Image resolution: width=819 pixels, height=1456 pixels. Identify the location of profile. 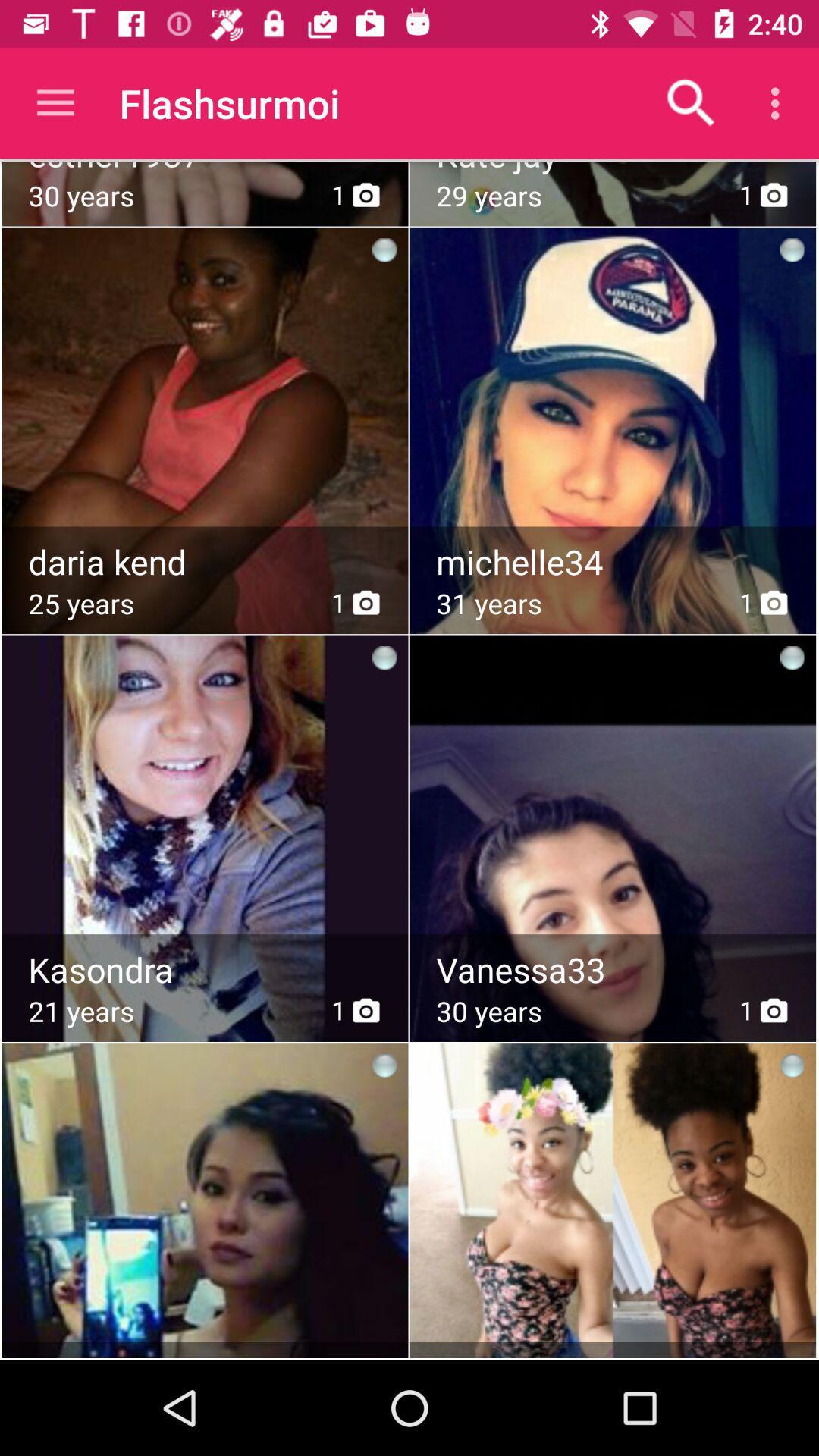
(614, 561).